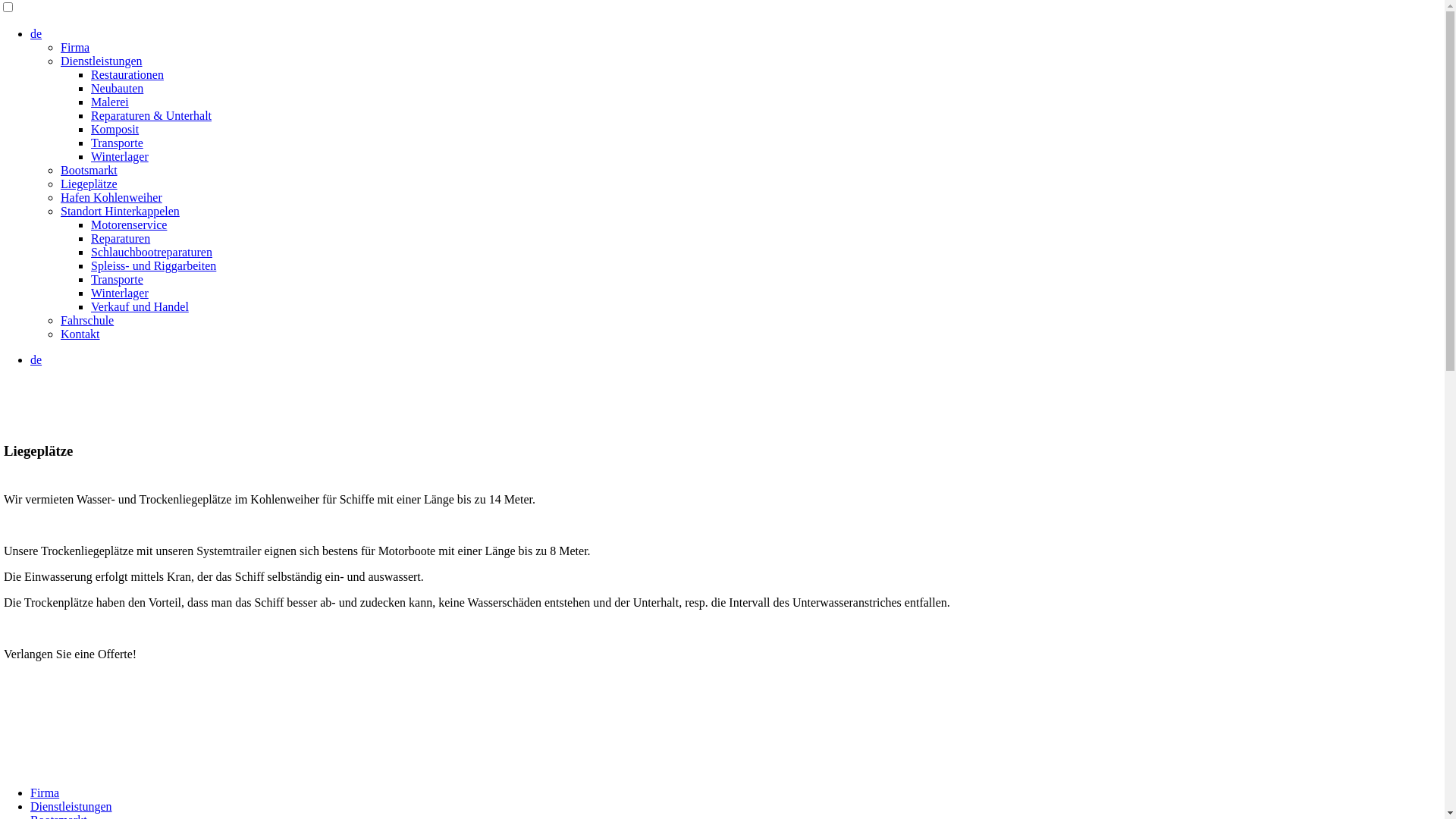 This screenshot has width=1456, height=819. Describe the element at coordinates (111, 196) in the screenshot. I see `'Hafen Kohlenweiher'` at that location.